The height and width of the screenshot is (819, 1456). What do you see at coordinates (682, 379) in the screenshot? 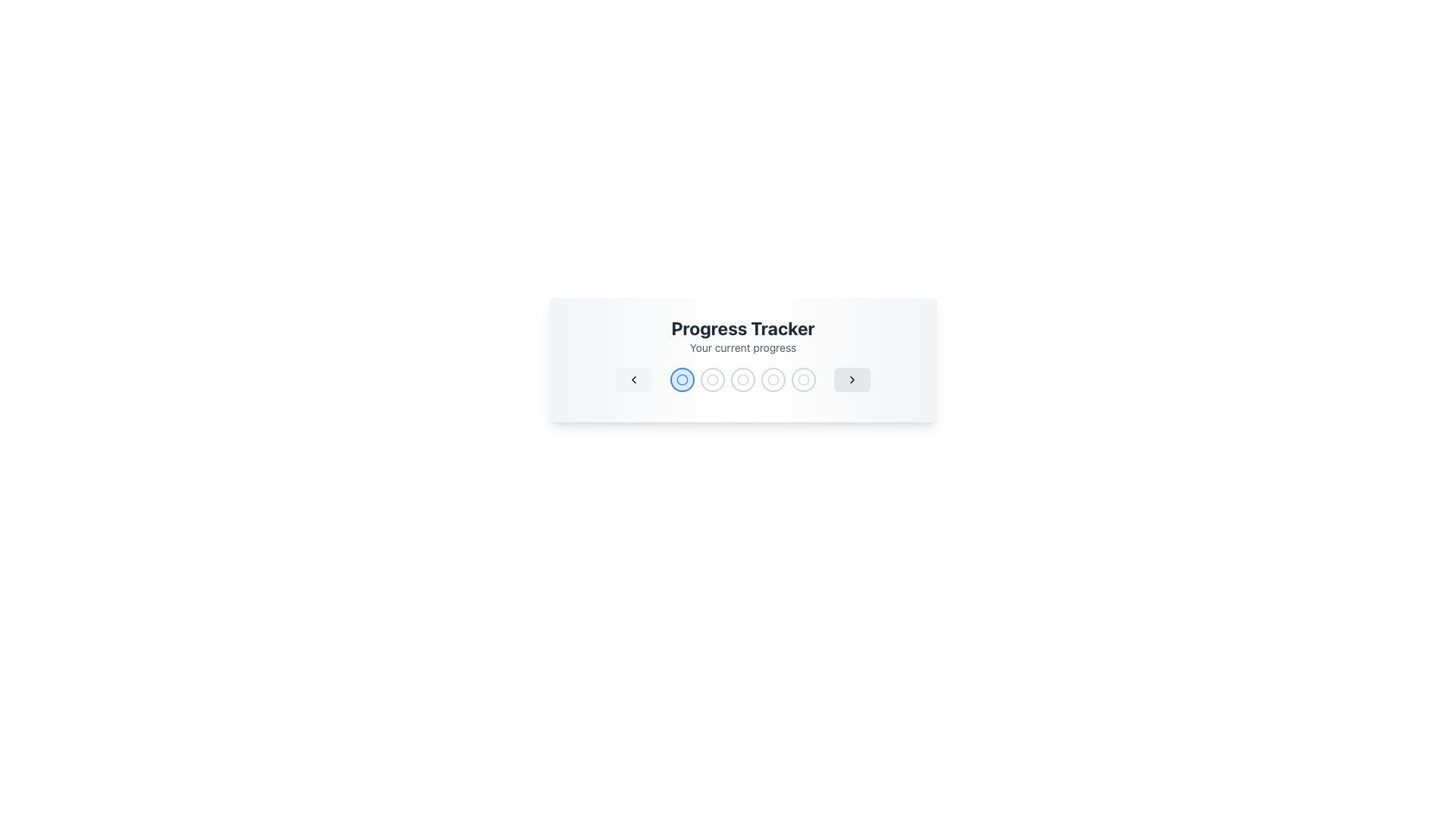
I see `the second circle of the multi-step progress indicator located beneath the text 'Your current progress' to interact with the progress step` at bounding box center [682, 379].